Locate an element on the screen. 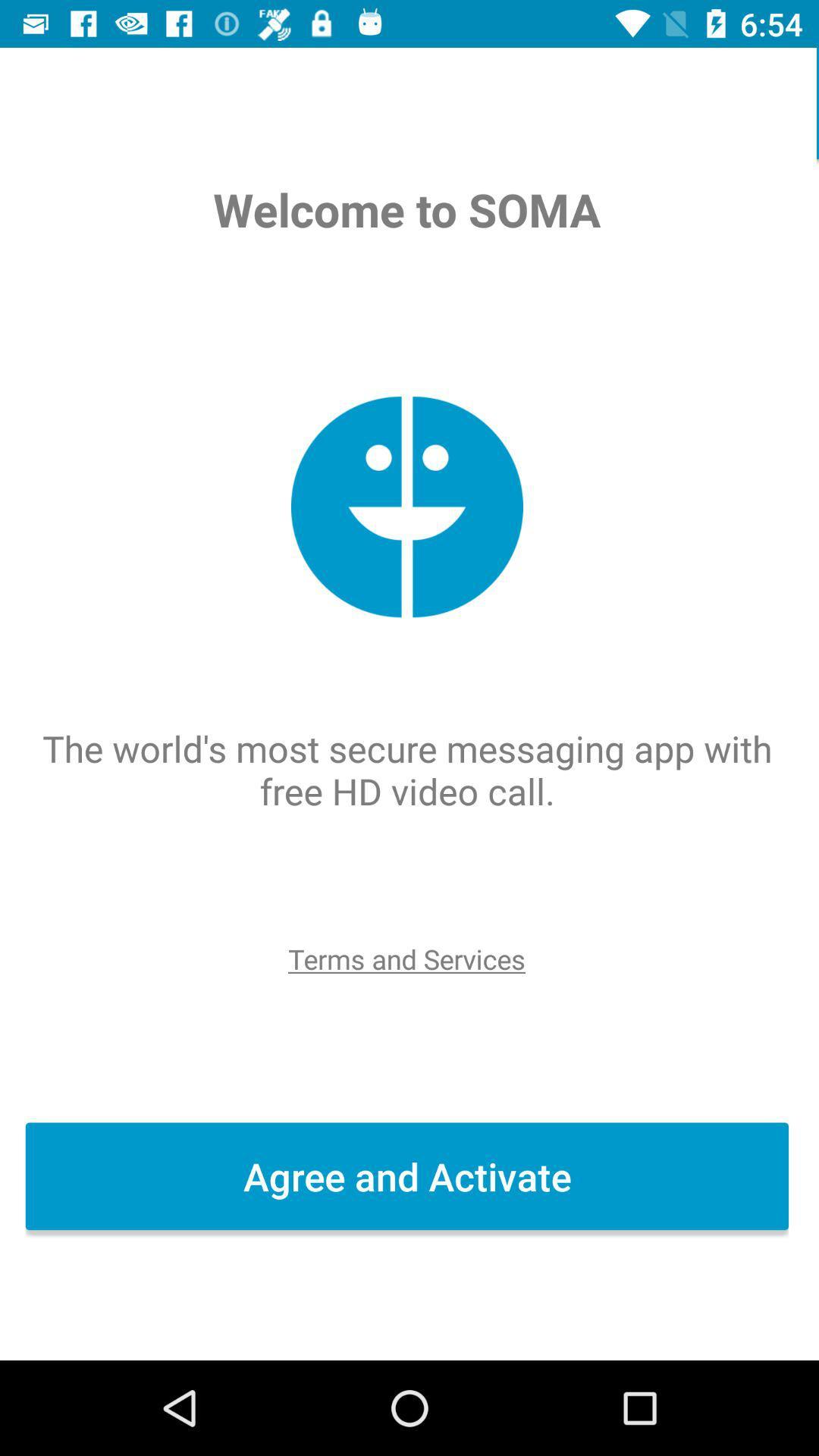 This screenshot has height=1456, width=819. the terms and services is located at coordinates (408, 958).